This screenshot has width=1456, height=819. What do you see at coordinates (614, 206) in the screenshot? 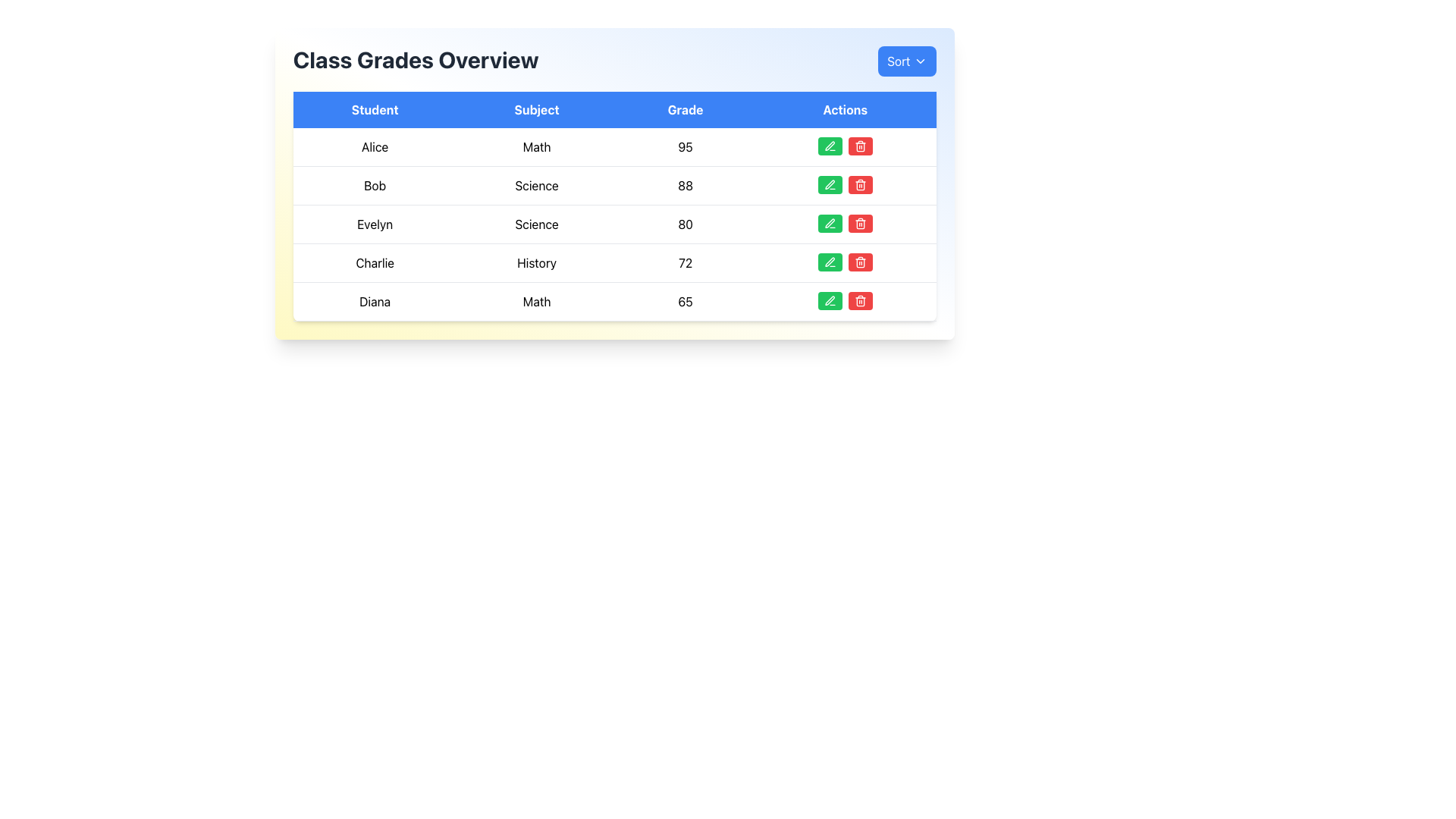
I see `the Data Table displaying student data` at bounding box center [614, 206].